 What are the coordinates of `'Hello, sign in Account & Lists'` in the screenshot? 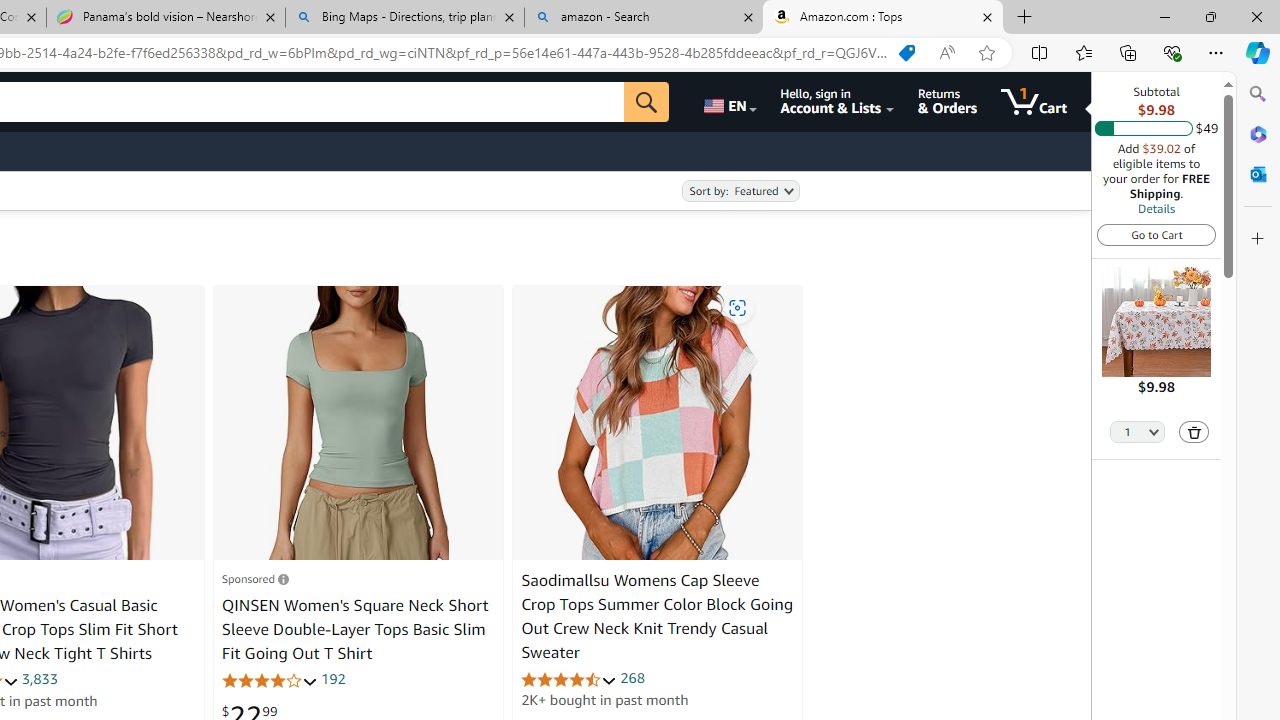 It's located at (837, 101).